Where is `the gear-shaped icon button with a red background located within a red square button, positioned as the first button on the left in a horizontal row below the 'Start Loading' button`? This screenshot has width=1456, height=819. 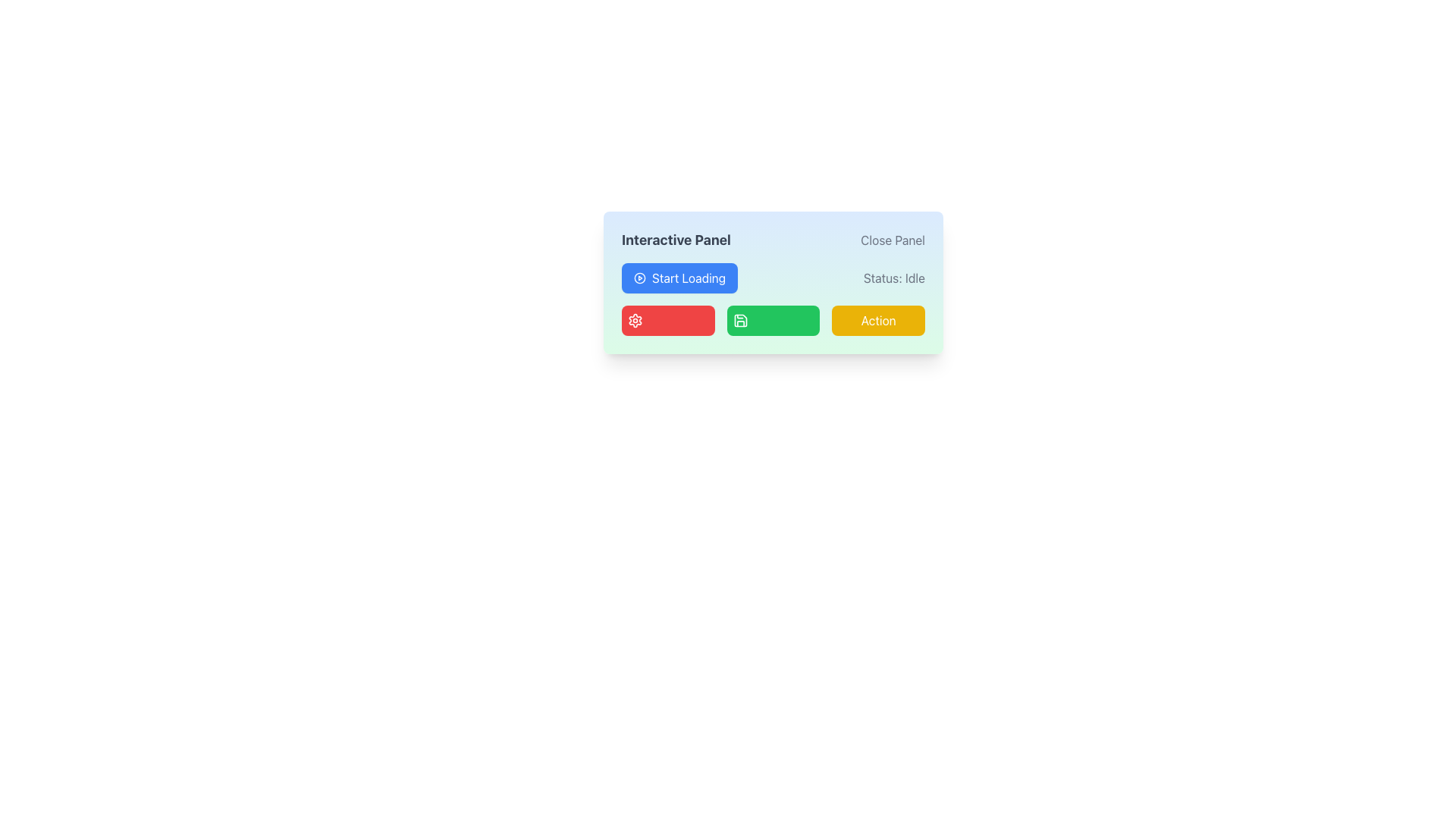
the gear-shaped icon button with a red background located within a red square button, positioned as the first button on the left in a horizontal row below the 'Start Loading' button is located at coordinates (635, 320).